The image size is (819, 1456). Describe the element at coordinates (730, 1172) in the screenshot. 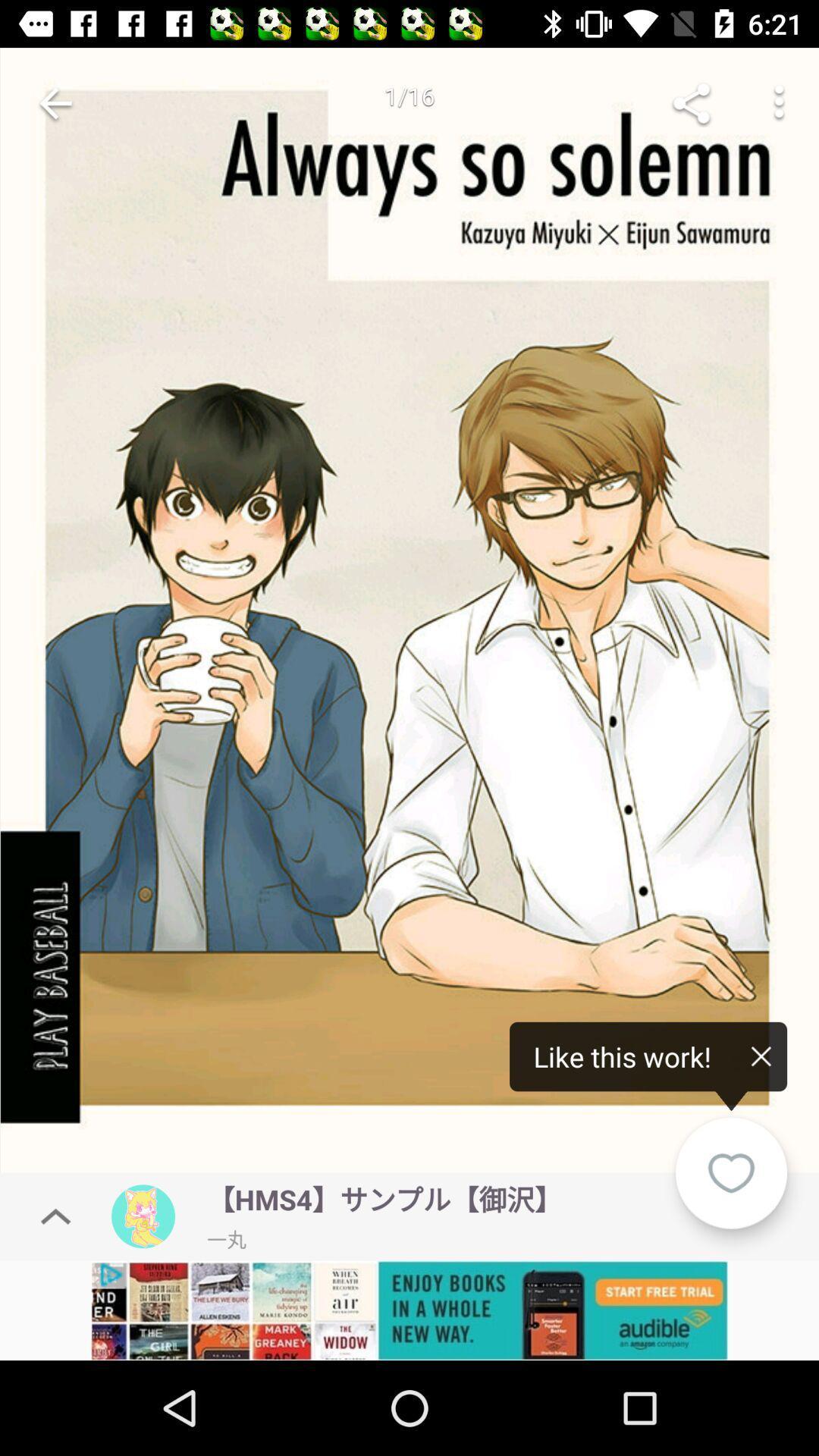

I see `the favorite icon` at that location.